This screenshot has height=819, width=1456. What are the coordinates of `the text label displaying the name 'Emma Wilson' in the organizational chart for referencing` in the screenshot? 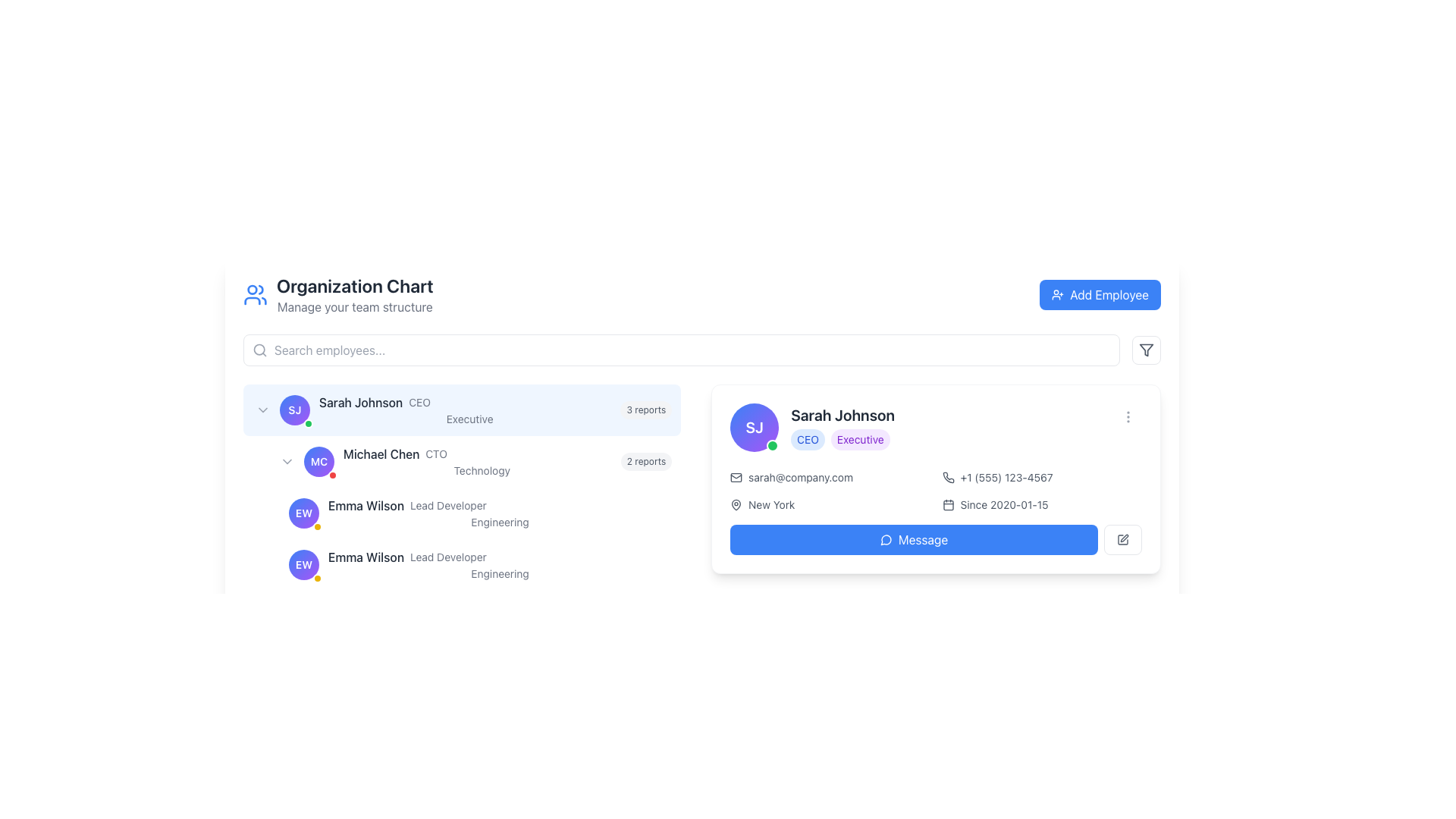 It's located at (366, 506).